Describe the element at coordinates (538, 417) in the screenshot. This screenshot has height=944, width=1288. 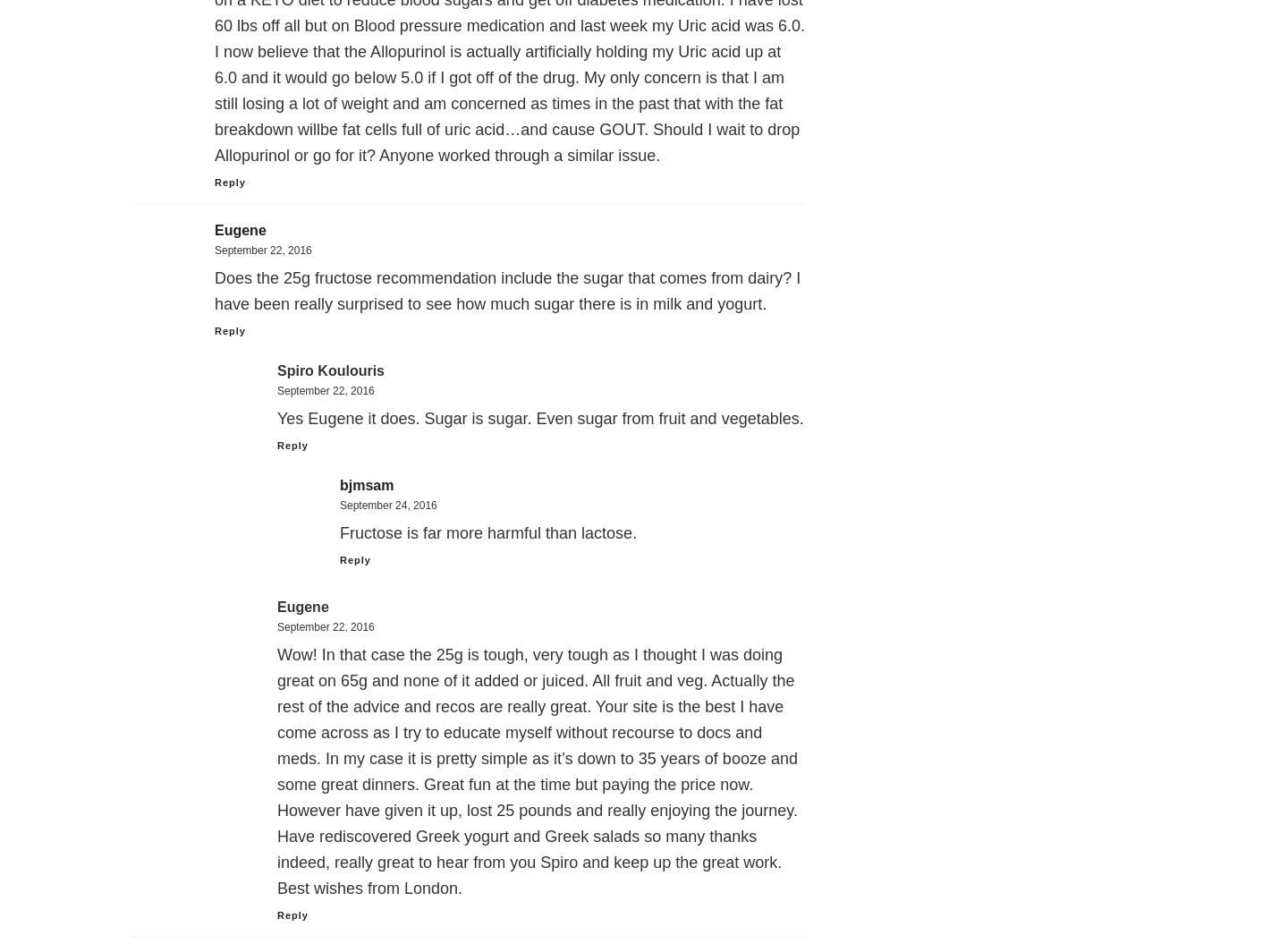
I see `'Yes Eugene it does. Sugar is sugar. Even sugar from fruit and vegetables.'` at that location.